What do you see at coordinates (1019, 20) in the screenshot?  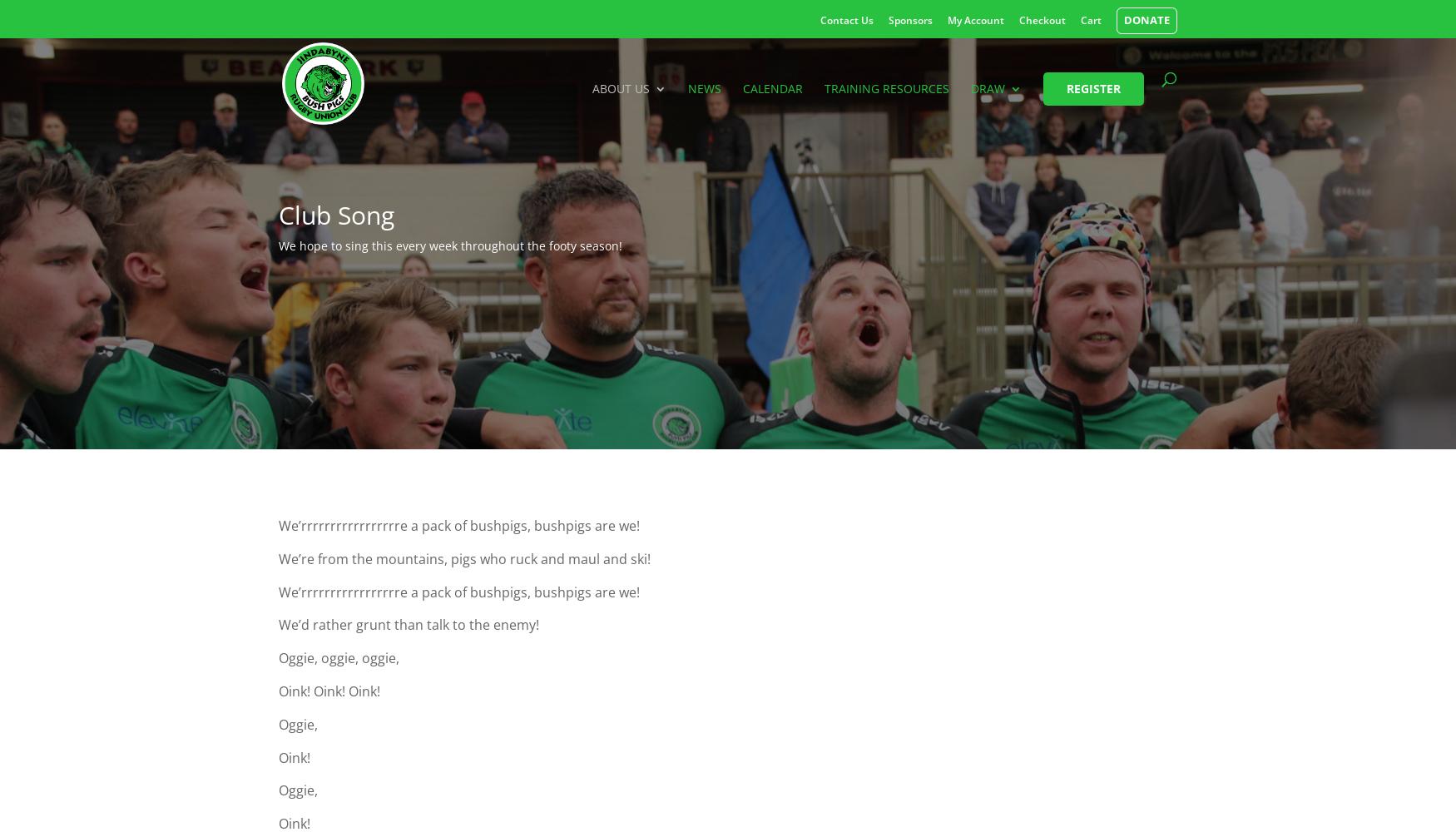 I see `'Checkout'` at bounding box center [1019, 20].